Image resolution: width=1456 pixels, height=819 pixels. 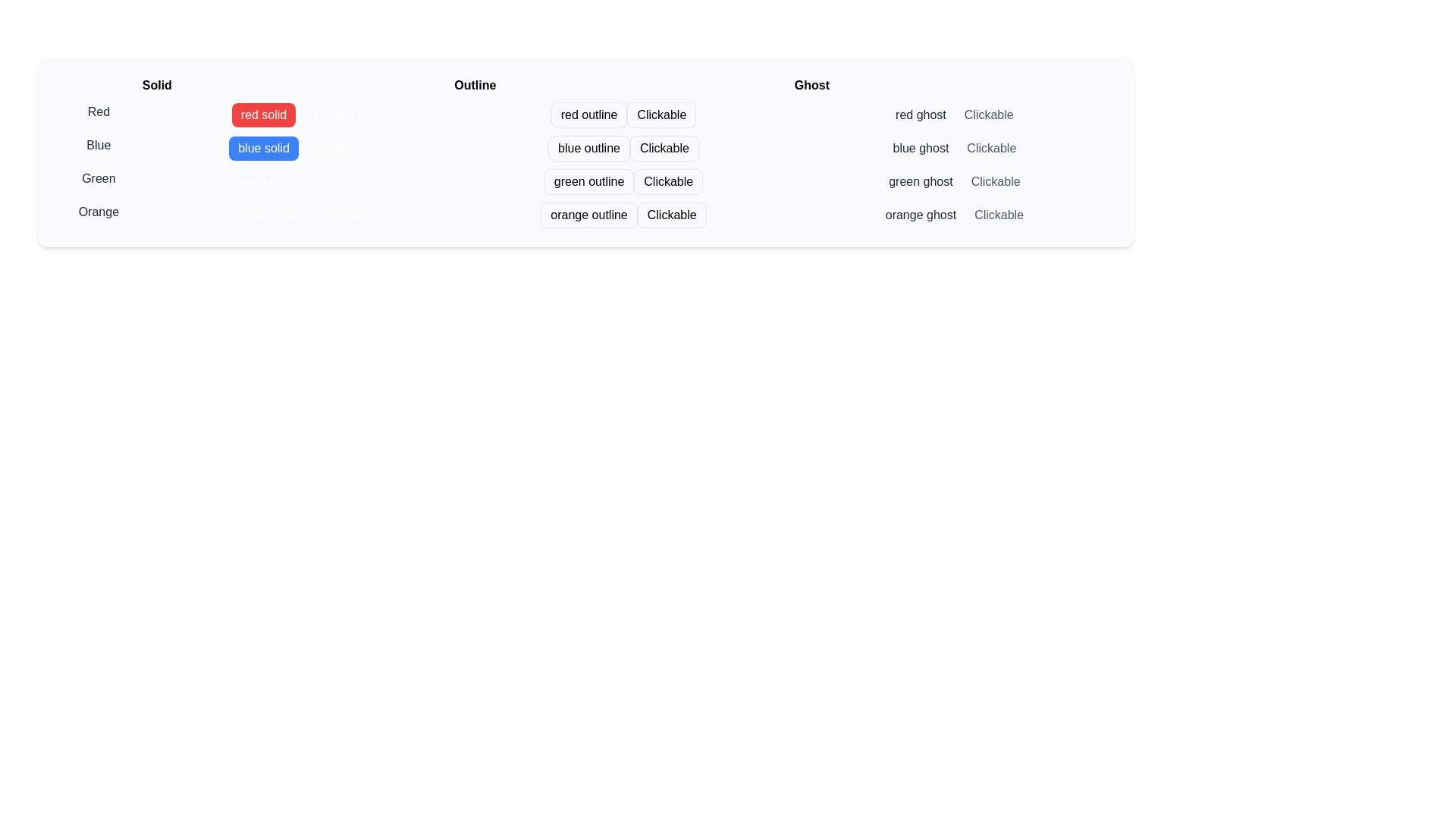 I want to click on the button styled with an orange outline located in the second column labeled 'Outline' within the row associated with 'Orange', positioned to the left of the 'Clickable' button, so click(x=588, y=215).